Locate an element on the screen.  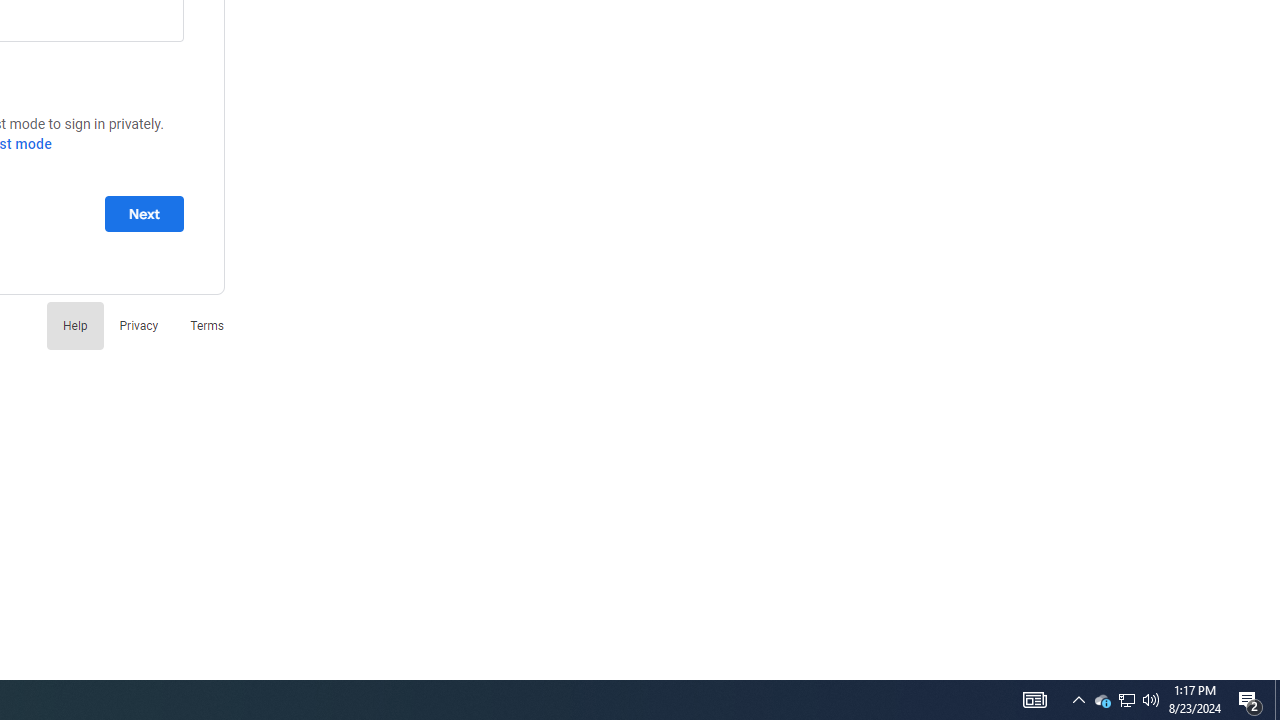
'Next' is located at coordinates (143, 213).